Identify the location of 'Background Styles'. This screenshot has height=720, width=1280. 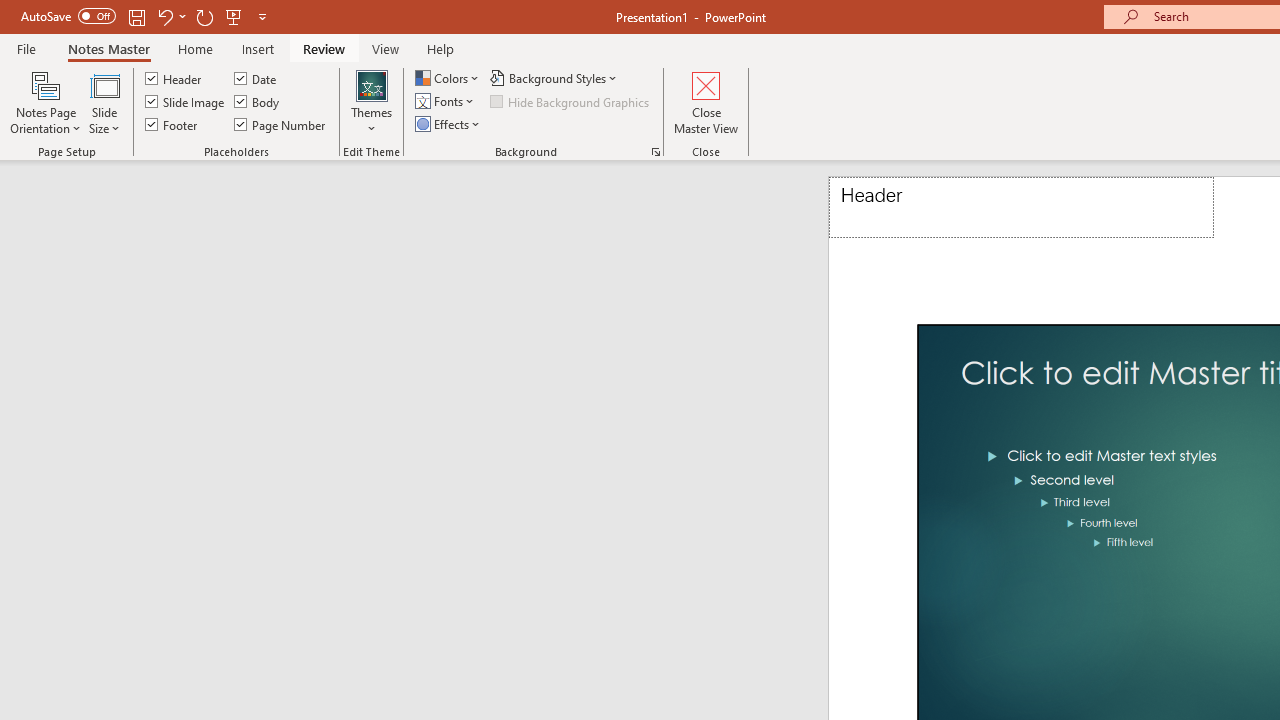
(555, 77).